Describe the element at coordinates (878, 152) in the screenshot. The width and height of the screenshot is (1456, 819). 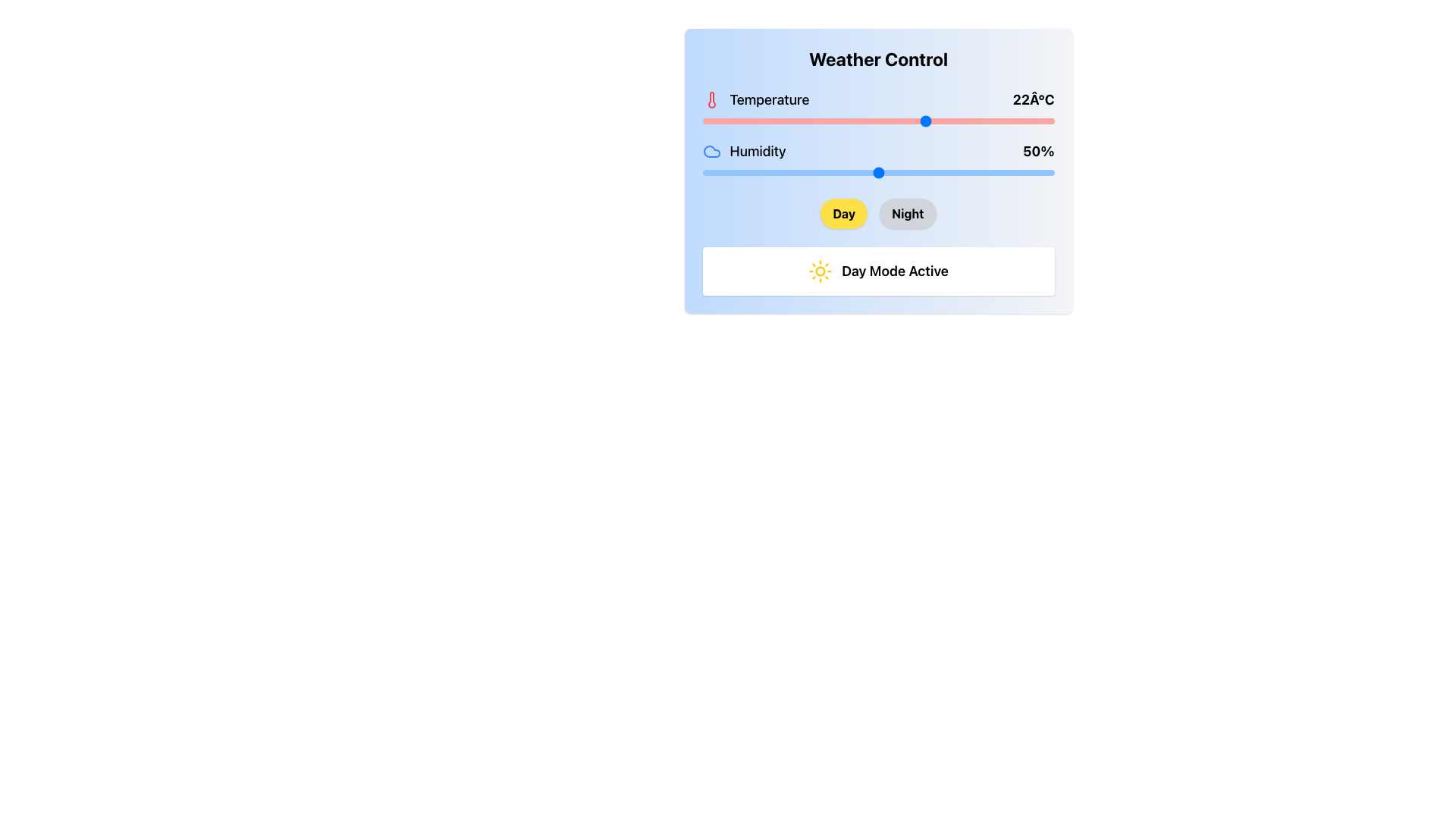
I see `the Informational display element that shows the current humidity level of '50%' in the Weather Control card, which is located below the Temperature element` at that location.